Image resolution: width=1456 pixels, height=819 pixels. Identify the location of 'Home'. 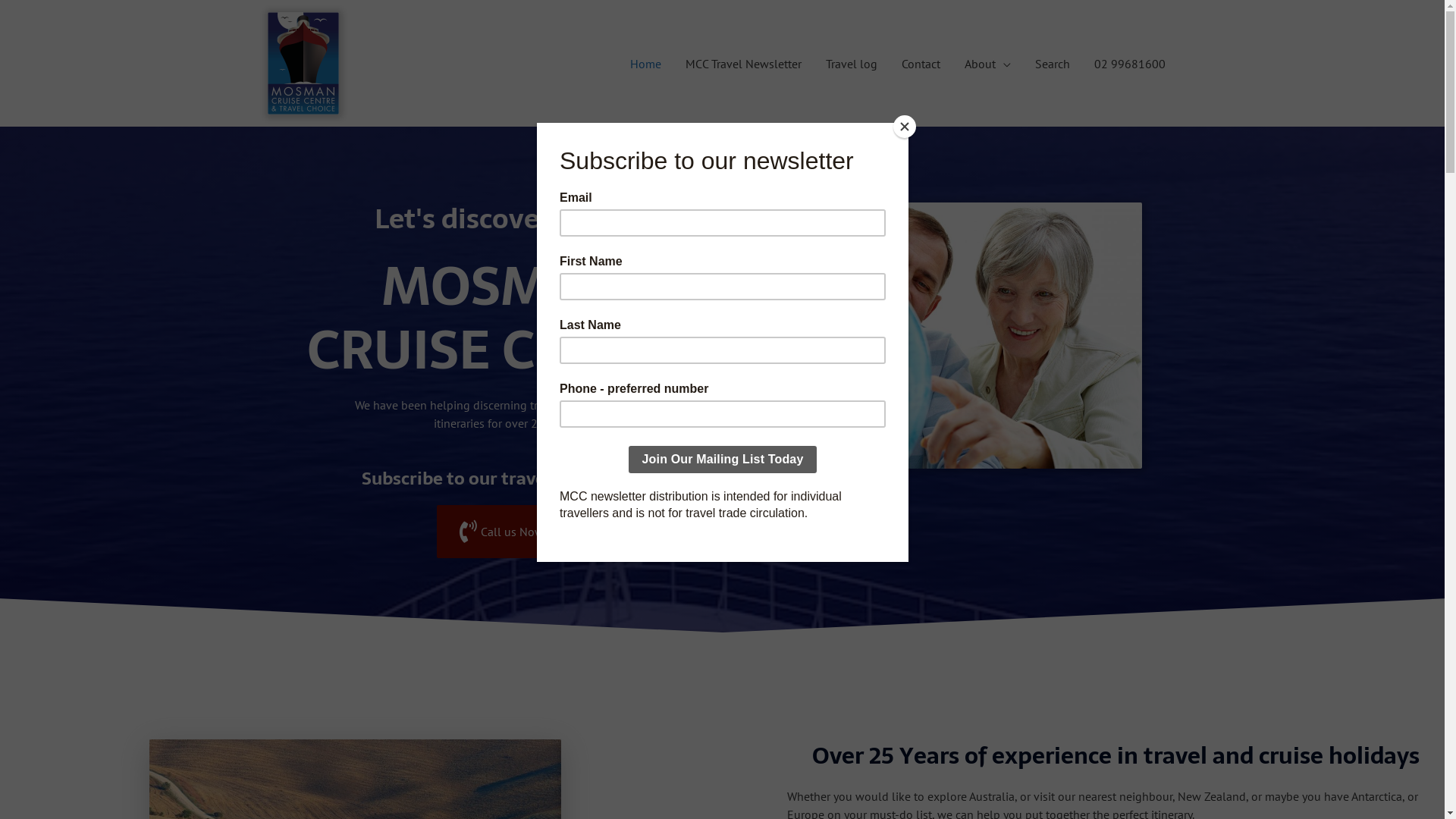
(645, 62).